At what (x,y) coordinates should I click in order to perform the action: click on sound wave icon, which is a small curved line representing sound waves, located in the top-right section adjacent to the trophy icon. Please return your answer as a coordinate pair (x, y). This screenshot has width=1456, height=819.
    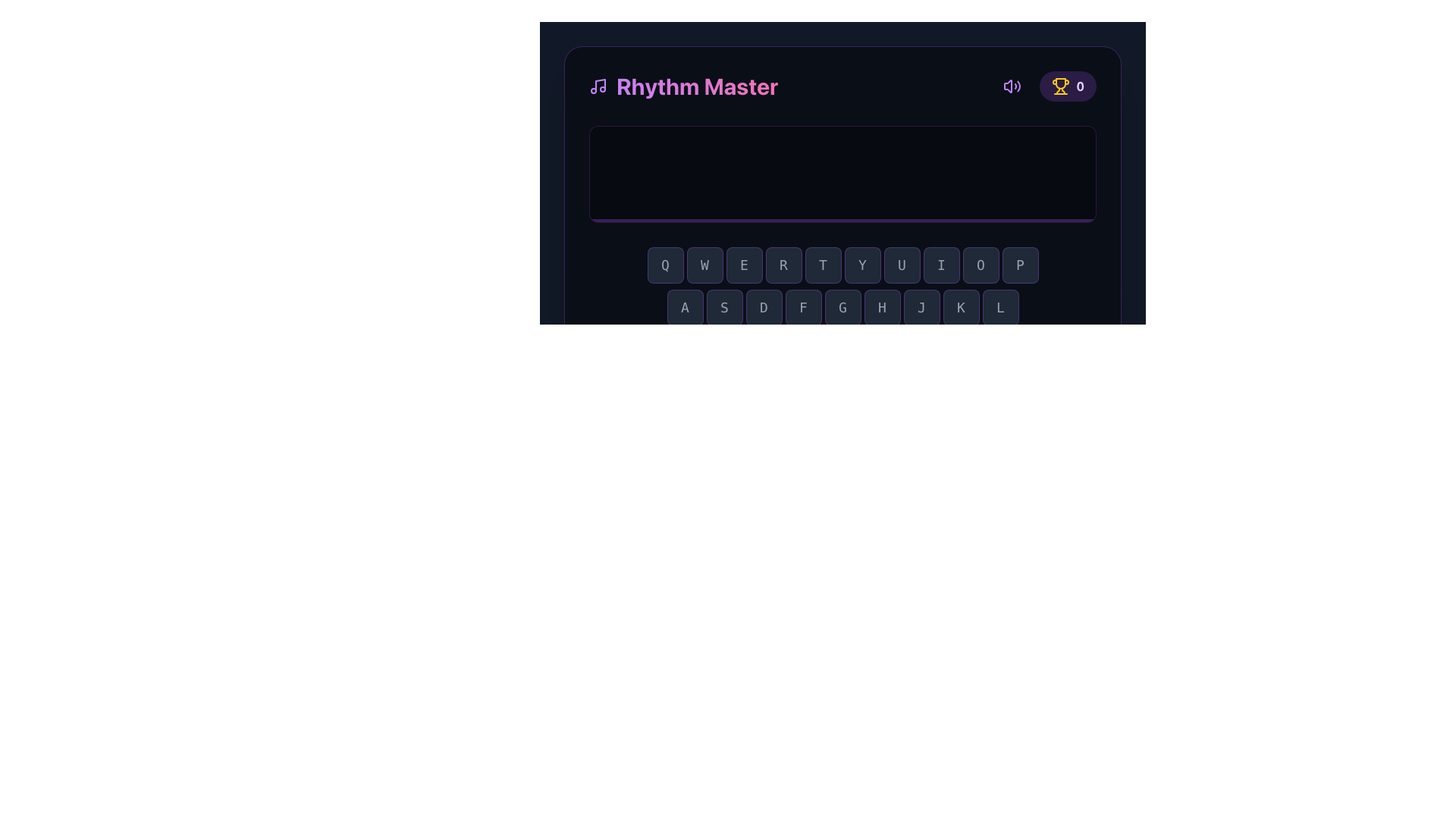
    Looking at the image, I should click on (1019, 86).